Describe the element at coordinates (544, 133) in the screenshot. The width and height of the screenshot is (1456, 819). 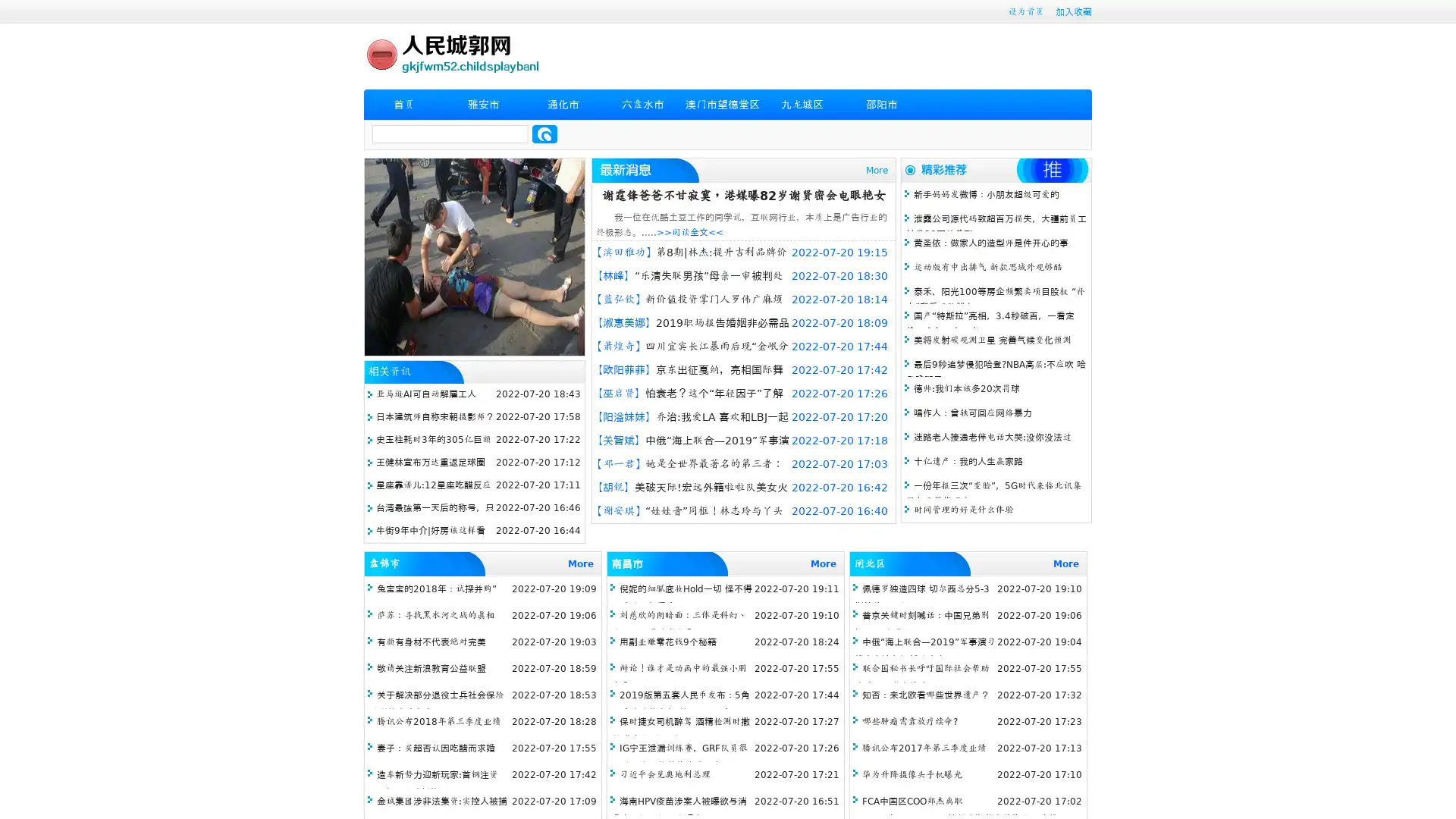
I see `Search` at that location.